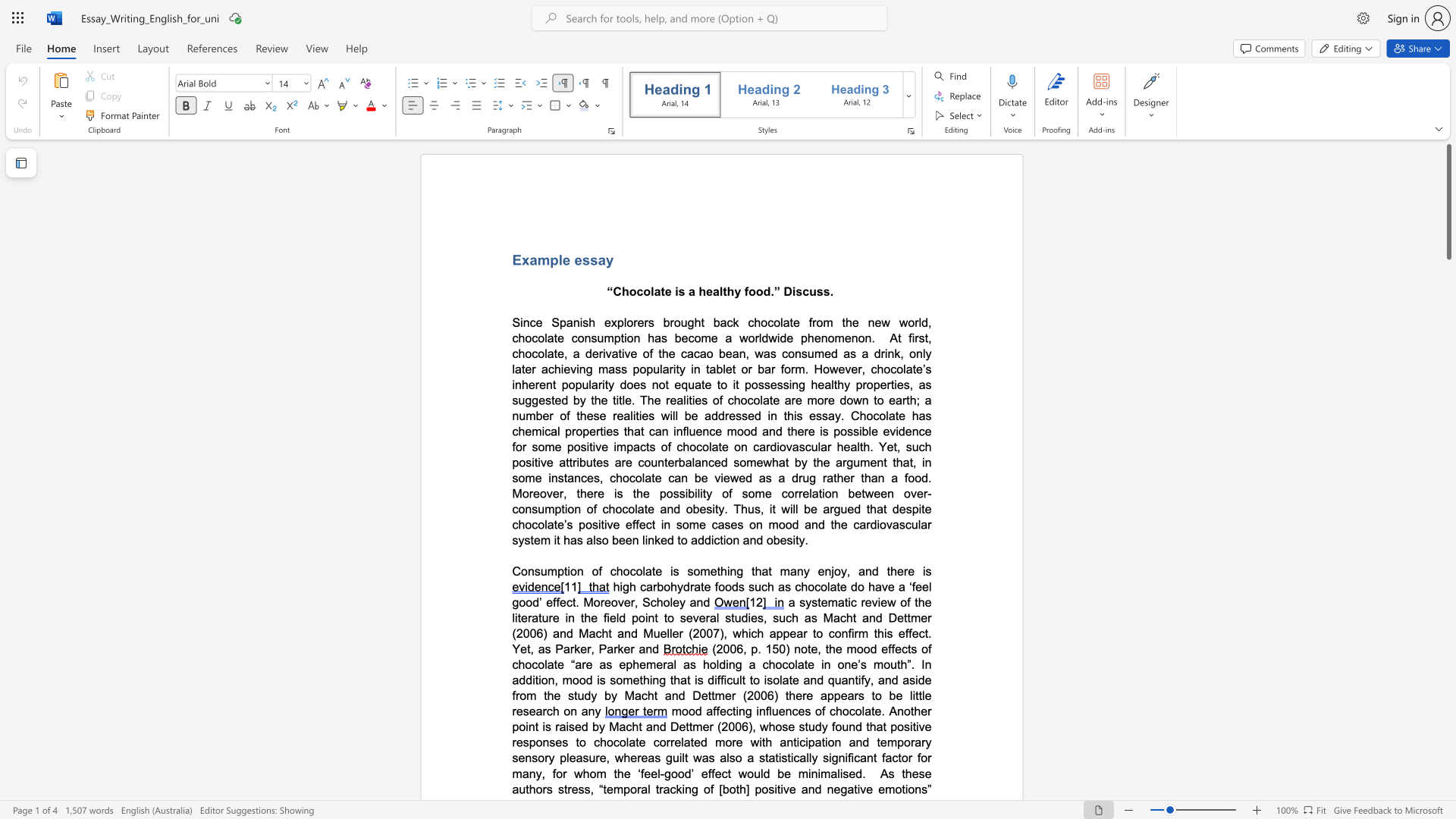 The width and height of the screenshot is (1456, 819). Describe the element at coordinates (1448, 288) in the screenshot. I see `the right-hand scrollbar to descend the page` at that location.